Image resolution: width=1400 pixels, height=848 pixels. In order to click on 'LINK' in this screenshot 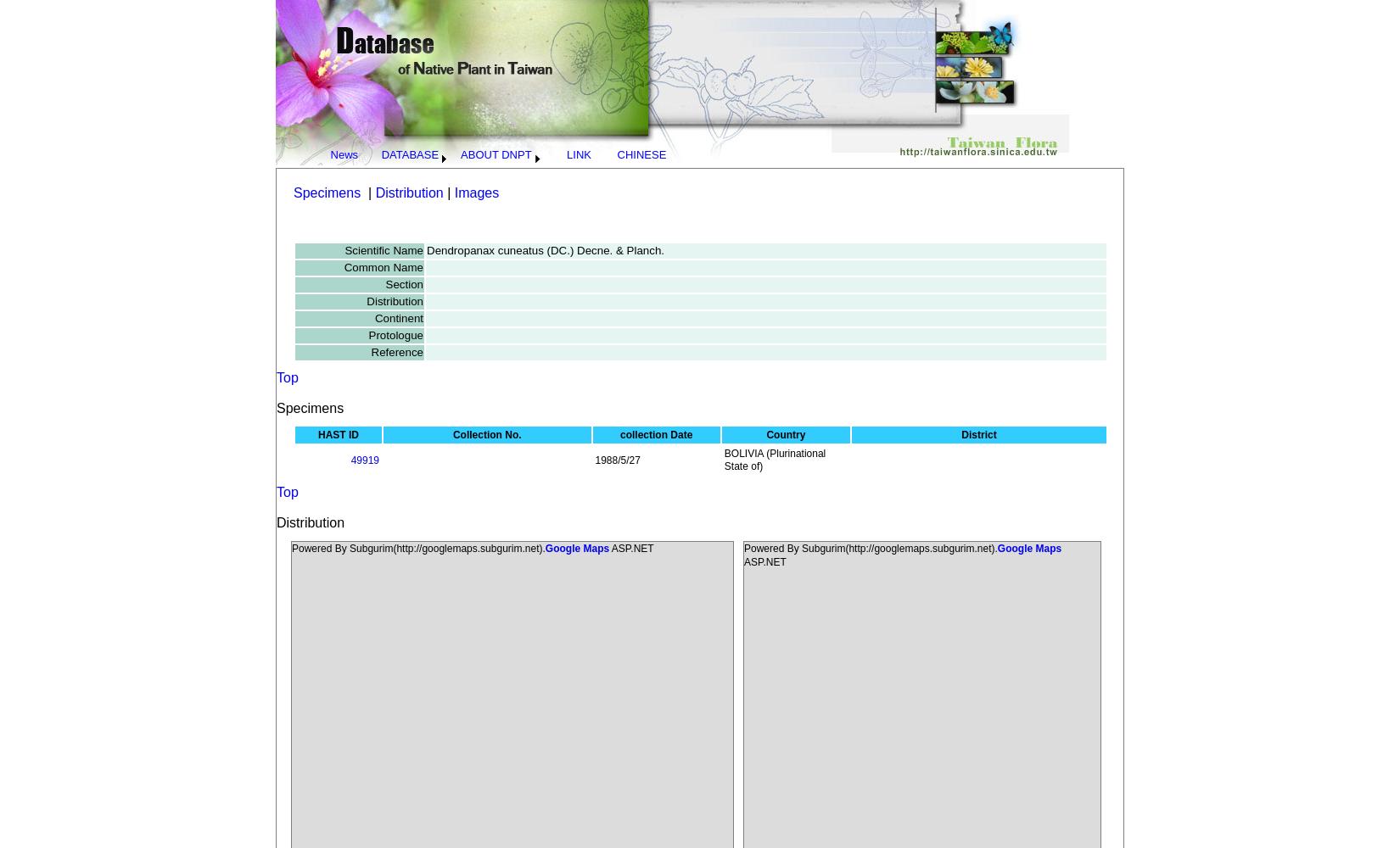, I will do `click(578, 154)`.